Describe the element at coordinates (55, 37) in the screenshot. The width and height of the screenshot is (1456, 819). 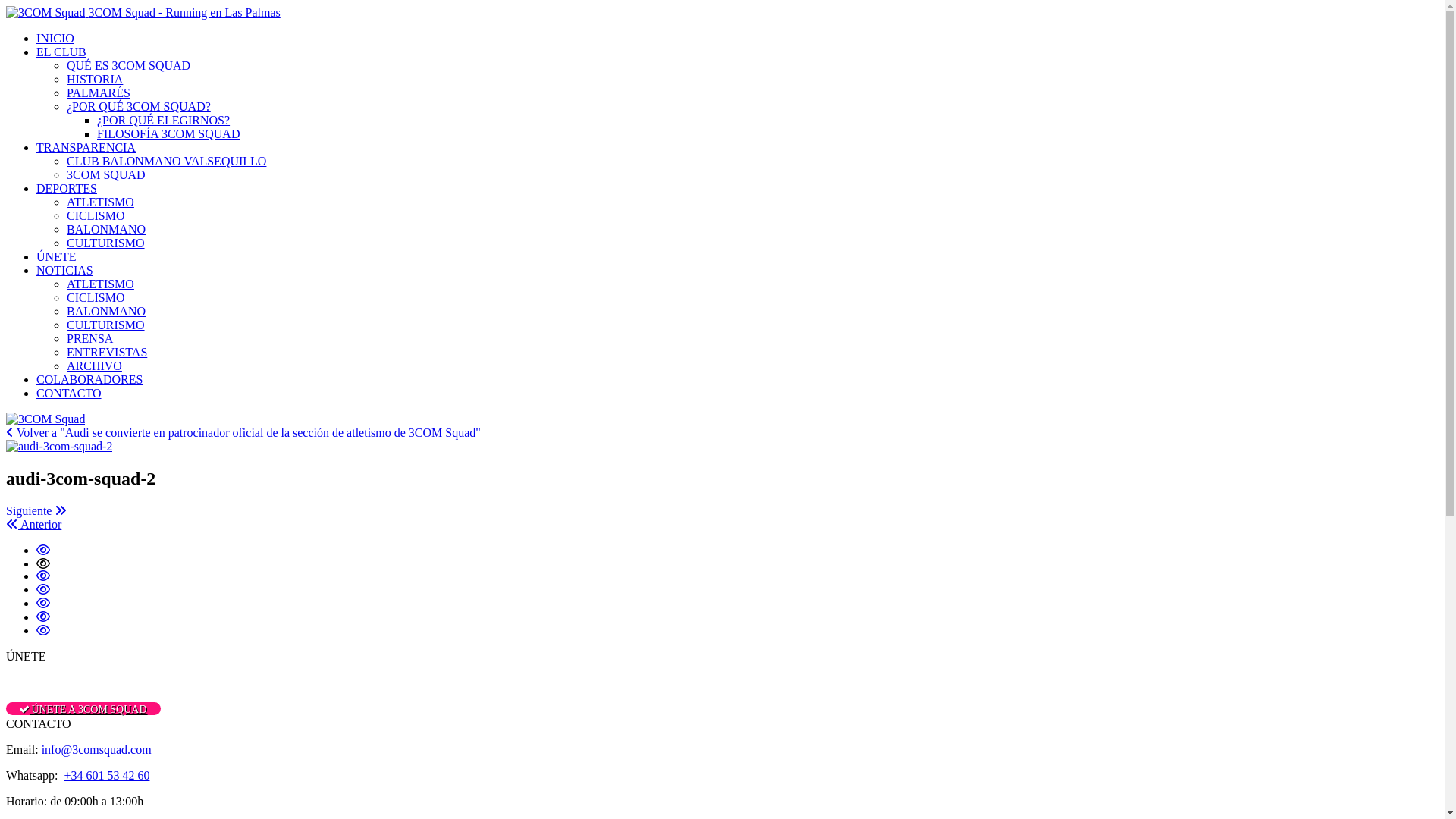
I see `'INICIO'` at that location.